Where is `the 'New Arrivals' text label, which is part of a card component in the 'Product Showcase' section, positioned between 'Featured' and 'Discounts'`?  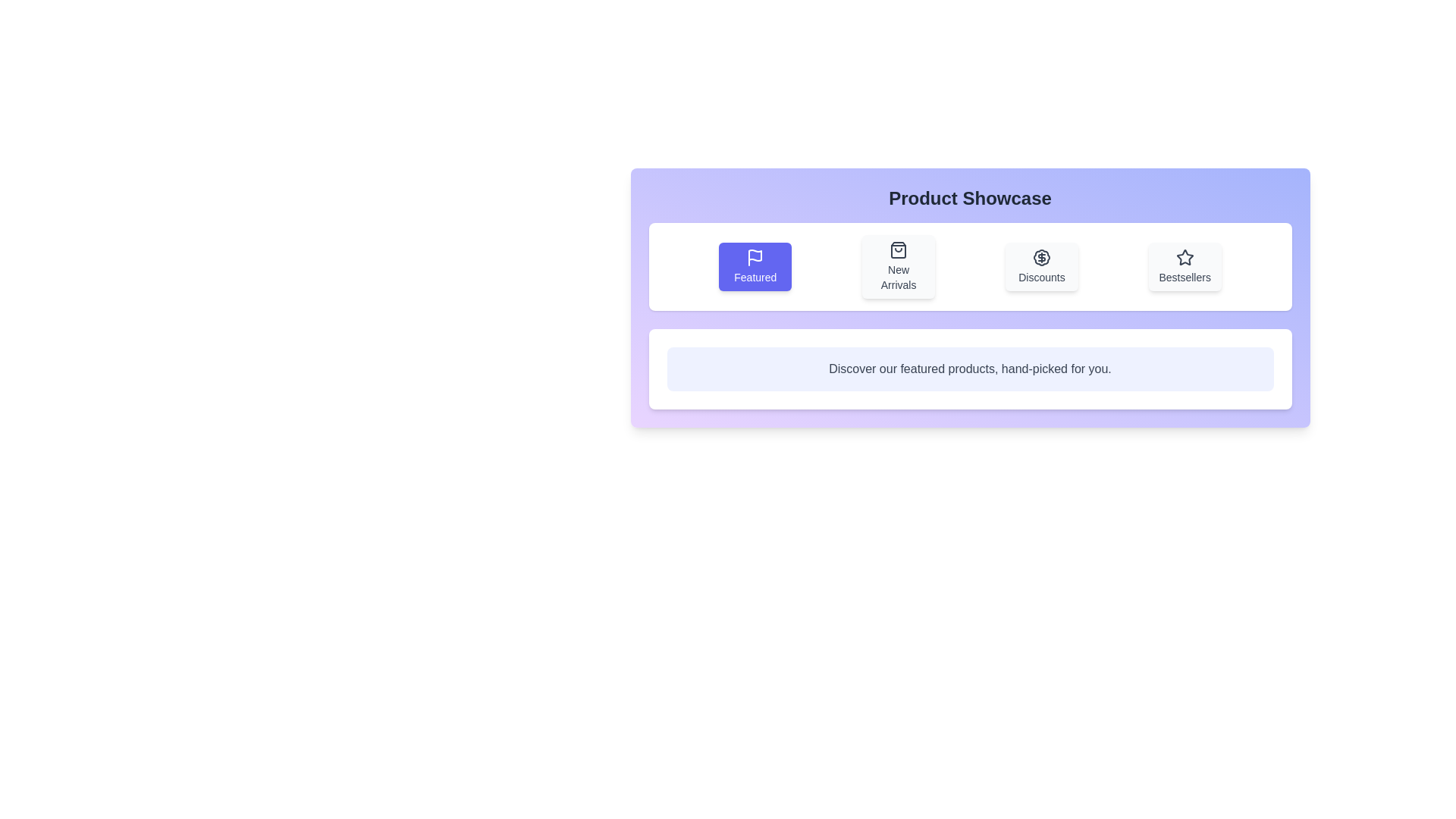 the 'New Arrivals' text label, which is part of a card component in the 'Product Showcase' section, positioned between 'Featured' and 'Discounts' is located at coordinates (899, 278).